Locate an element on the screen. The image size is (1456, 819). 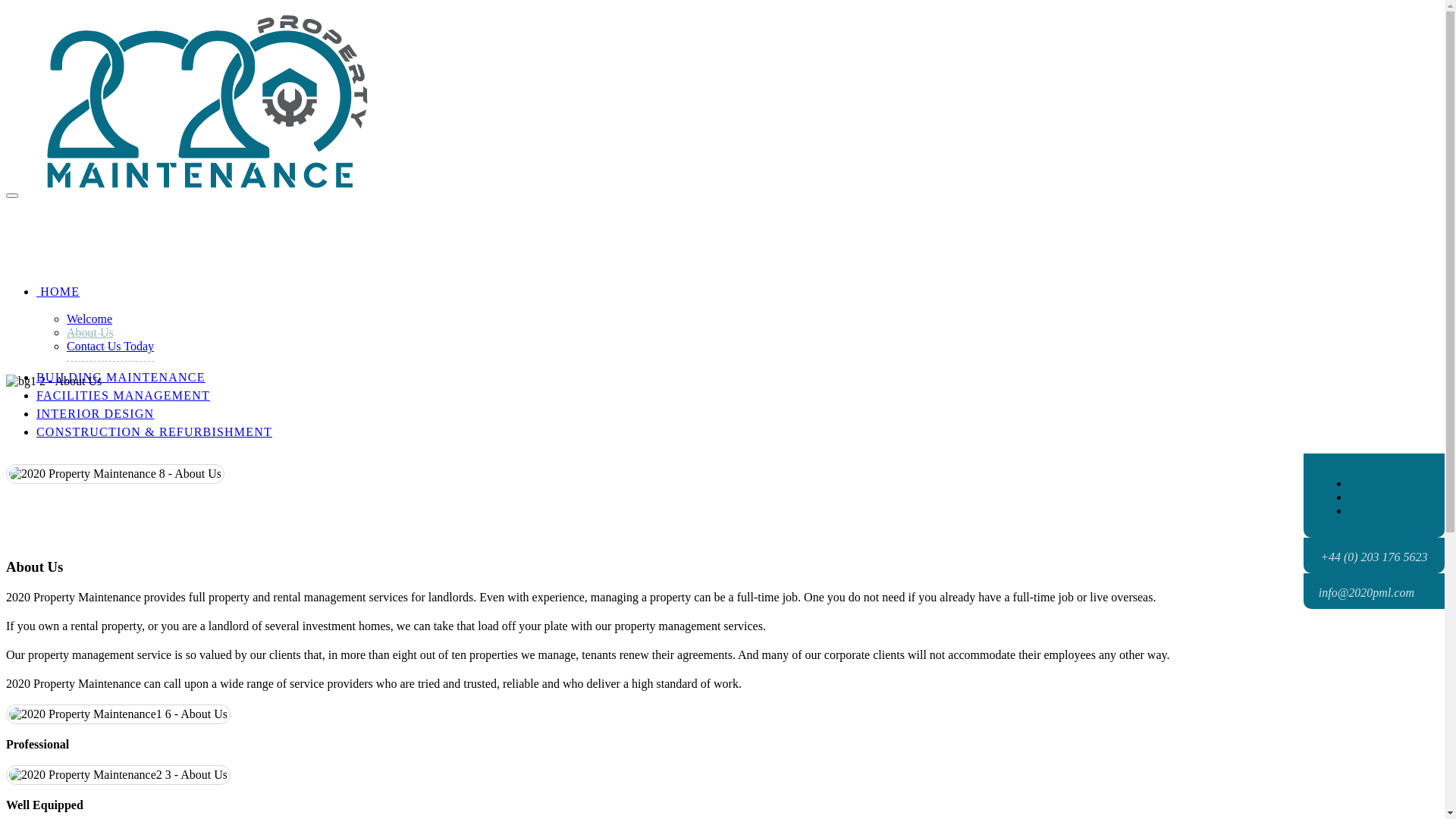
'Contact Us Today' is located at coordinates (109, 346).